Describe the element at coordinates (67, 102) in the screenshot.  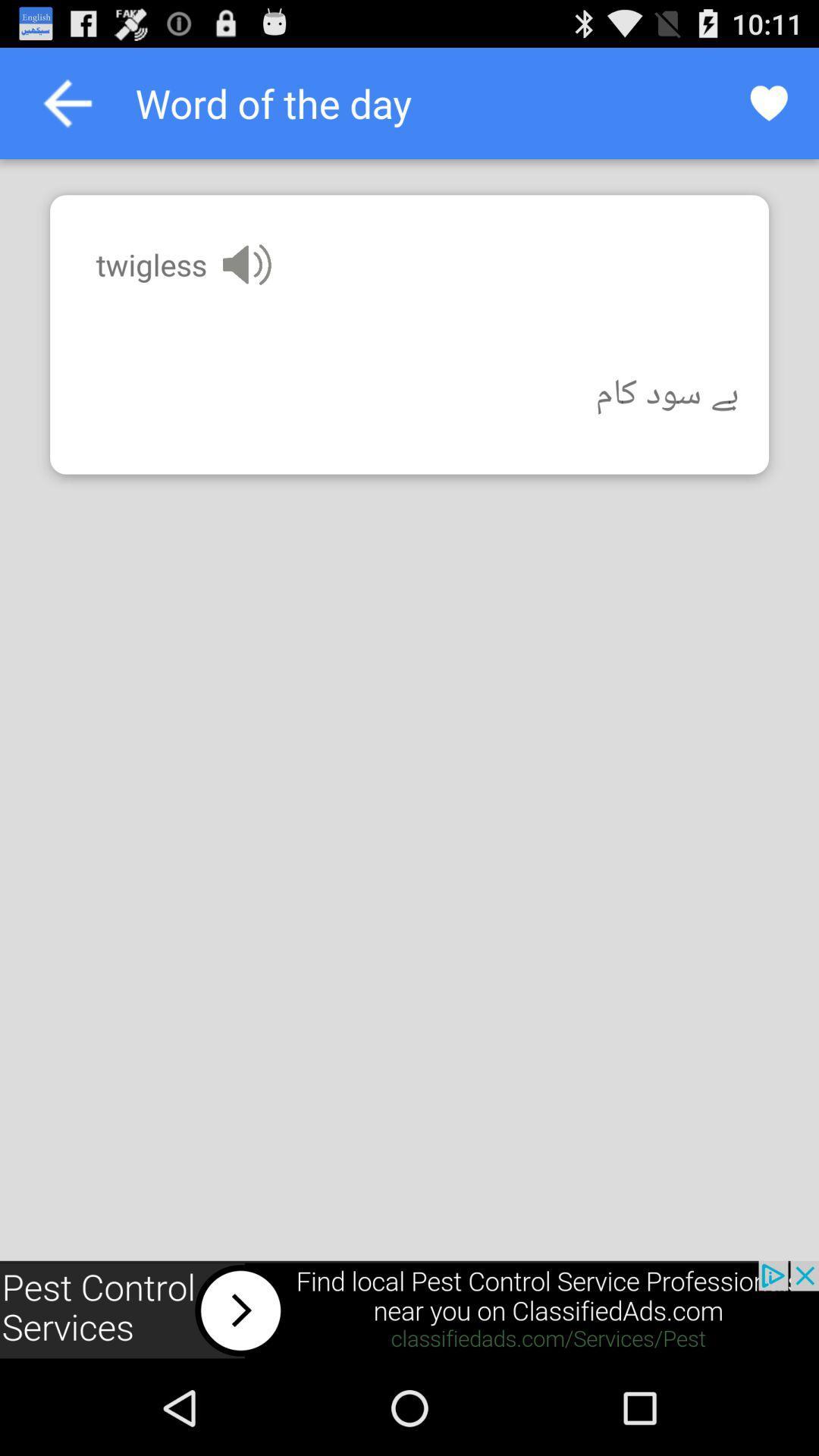
I see `go back` at that location.